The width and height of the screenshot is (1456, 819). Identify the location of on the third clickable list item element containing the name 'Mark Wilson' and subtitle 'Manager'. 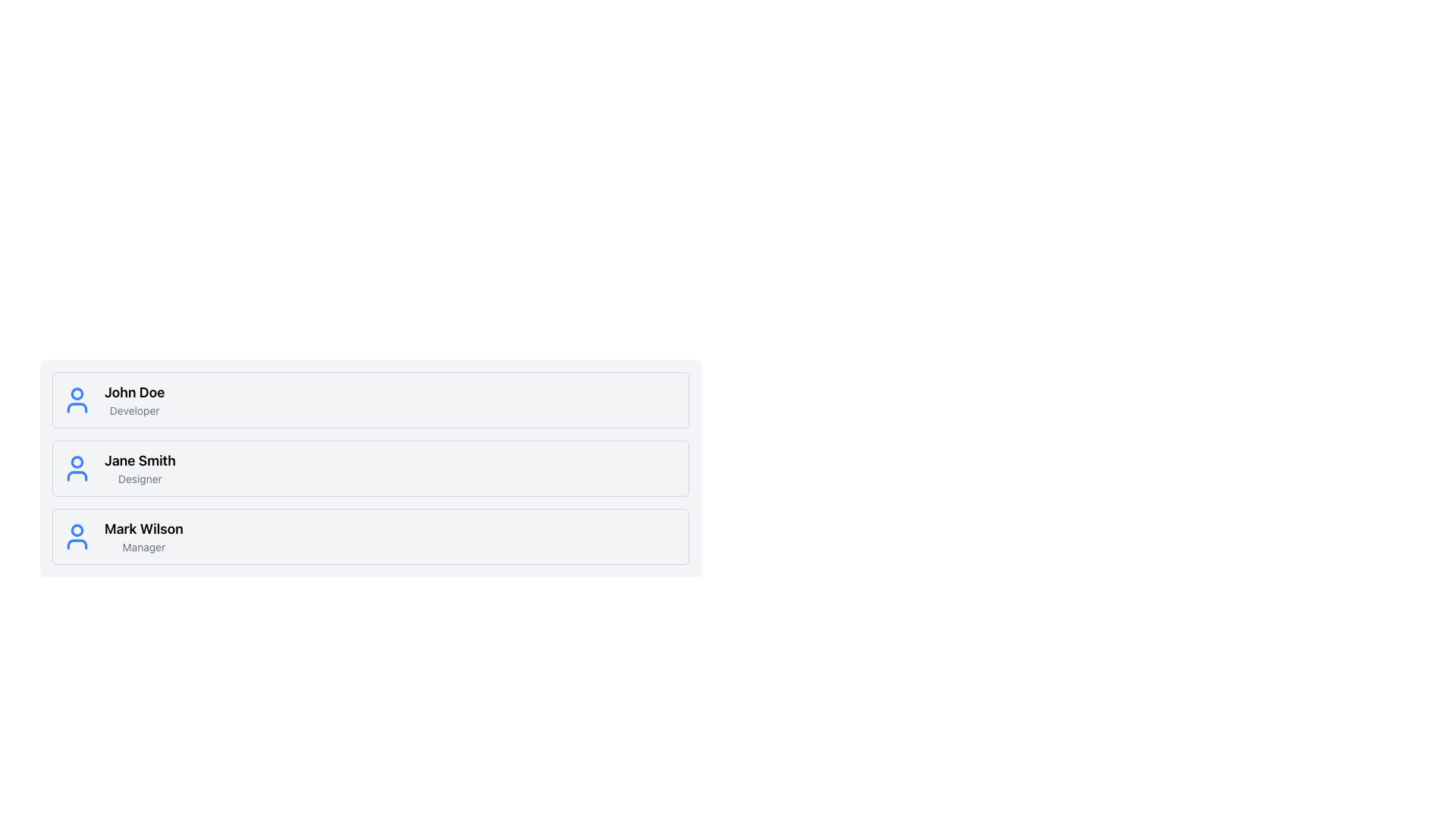
(371, 536).